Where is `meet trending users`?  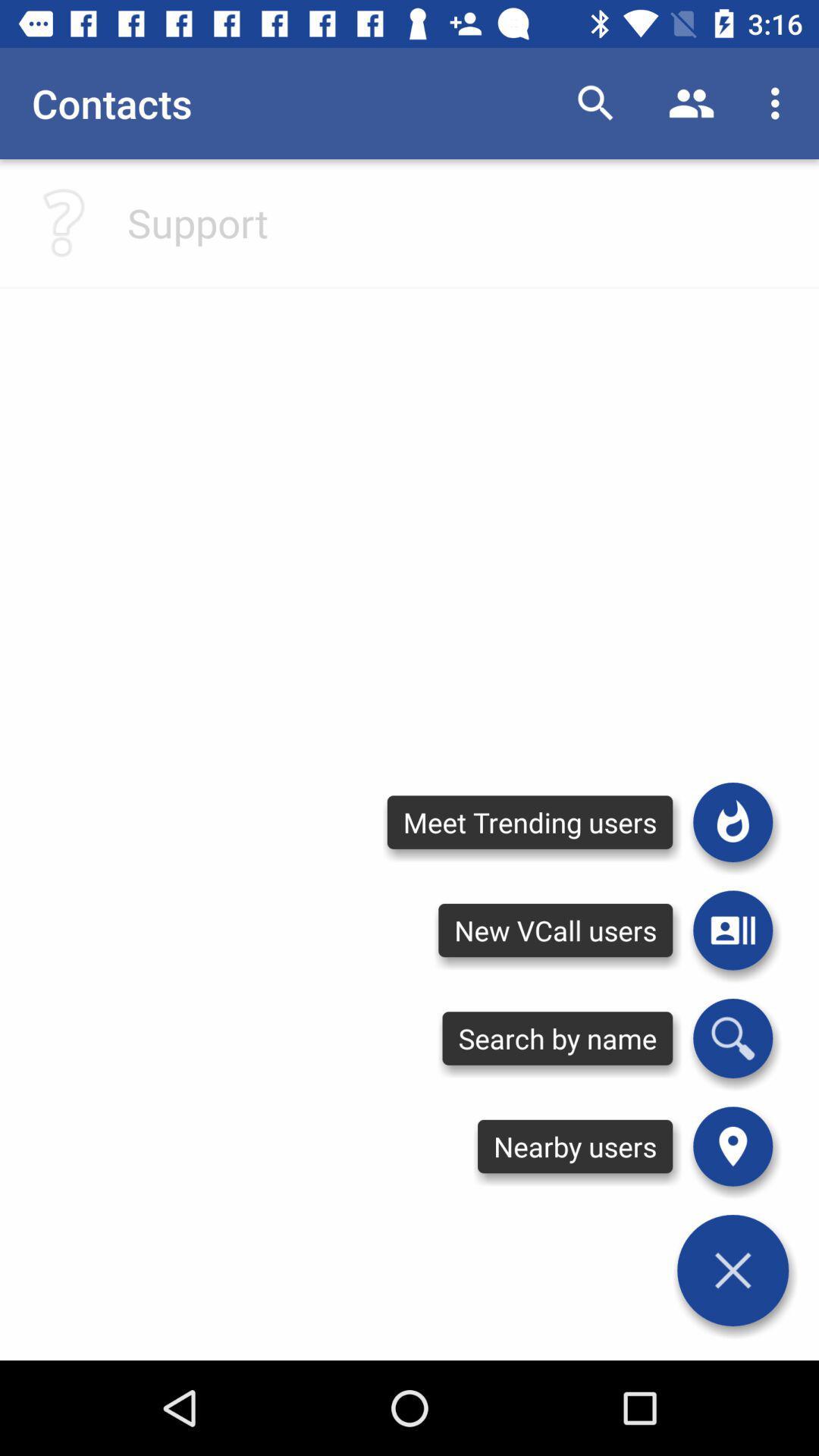 meet trending users is located at coordinates (732, 821).